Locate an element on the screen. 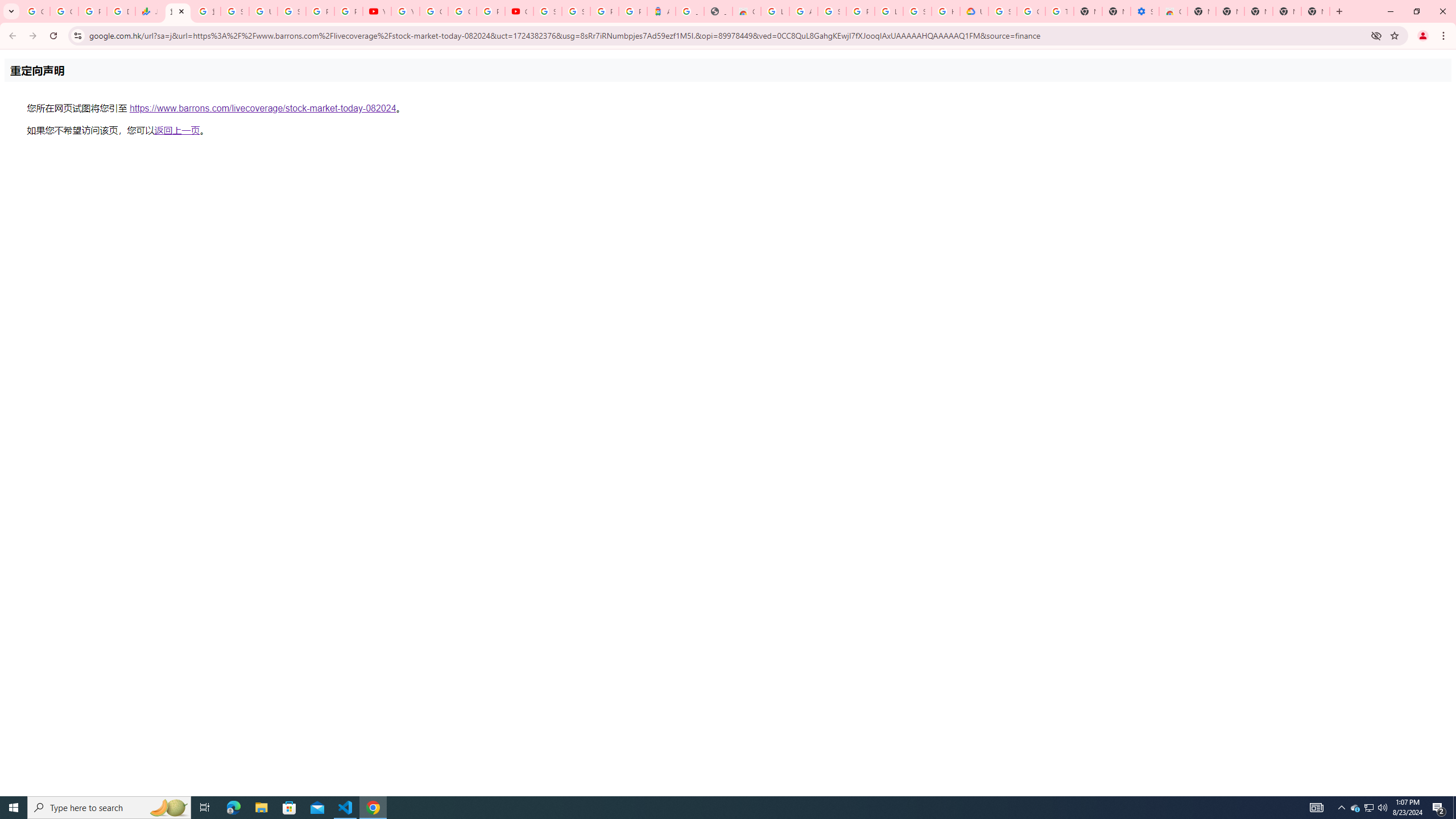 The height and width of the screenshot is (819, 1456). 'Chrome Web Store - Accessibility extensions' is located at coordinates (1173, 11).